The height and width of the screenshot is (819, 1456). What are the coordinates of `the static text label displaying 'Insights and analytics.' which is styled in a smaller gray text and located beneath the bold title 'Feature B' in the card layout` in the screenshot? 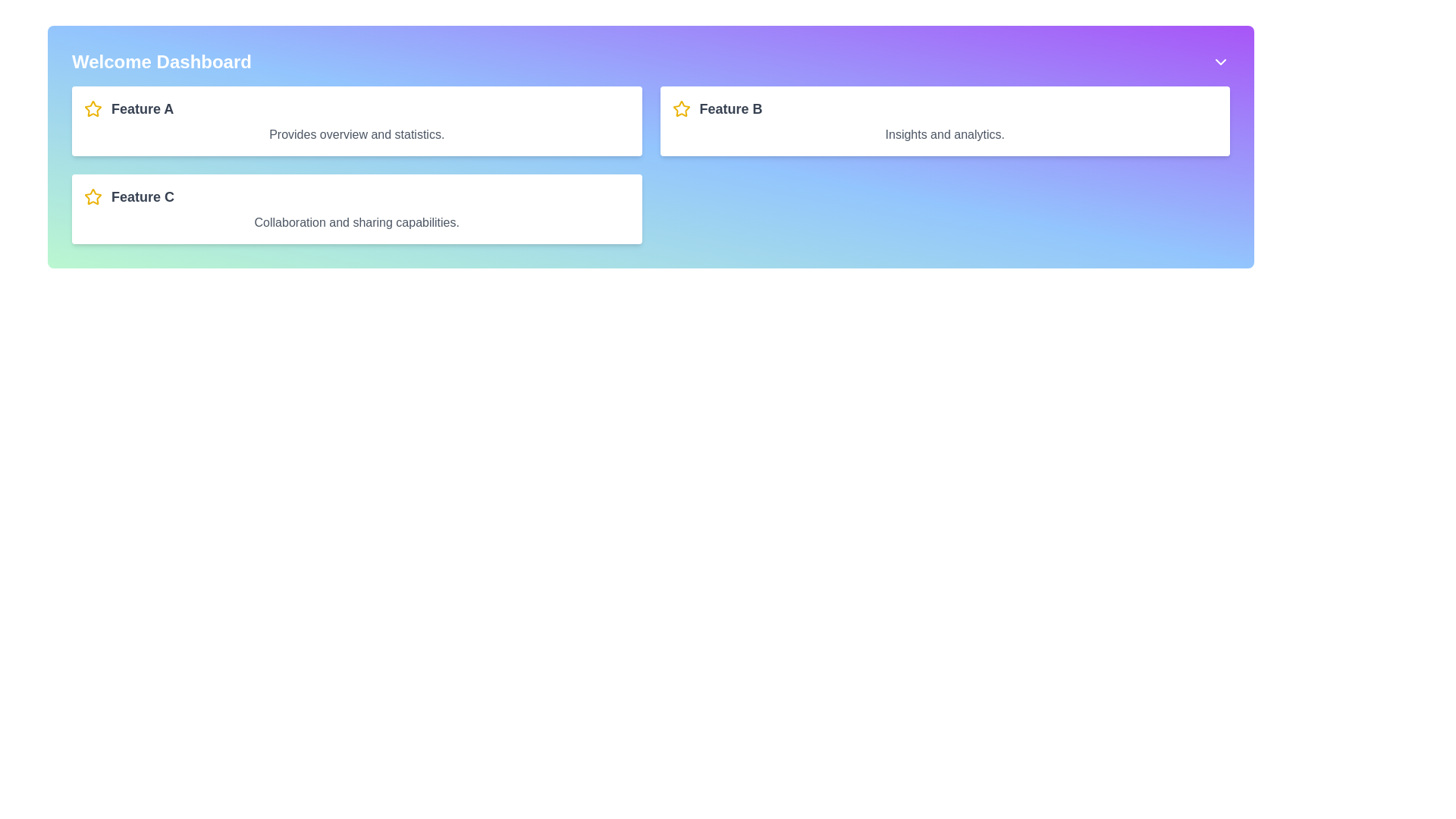 It's located at (944, 133).